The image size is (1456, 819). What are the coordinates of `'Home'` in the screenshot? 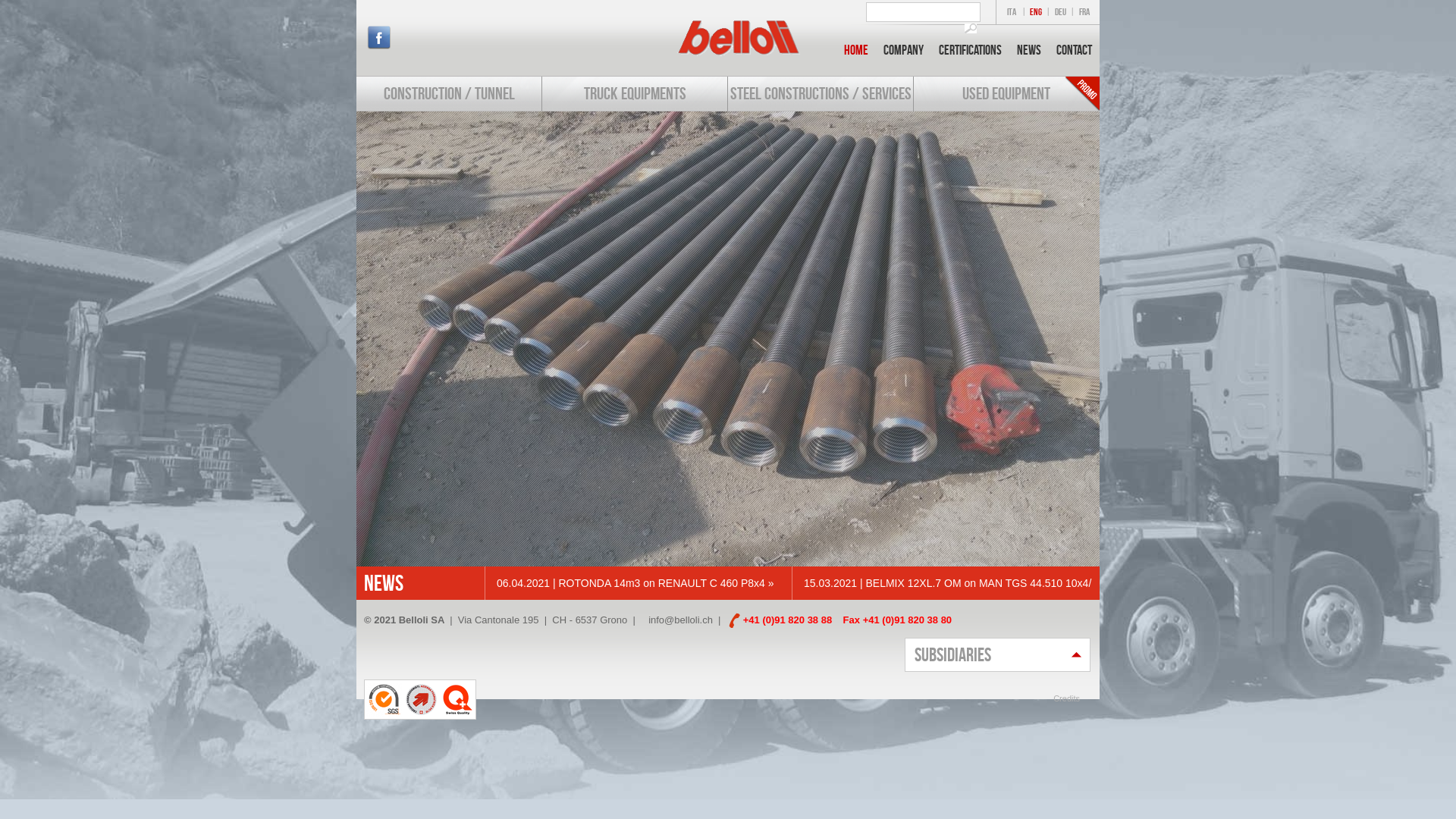 It's located at (843, 49).